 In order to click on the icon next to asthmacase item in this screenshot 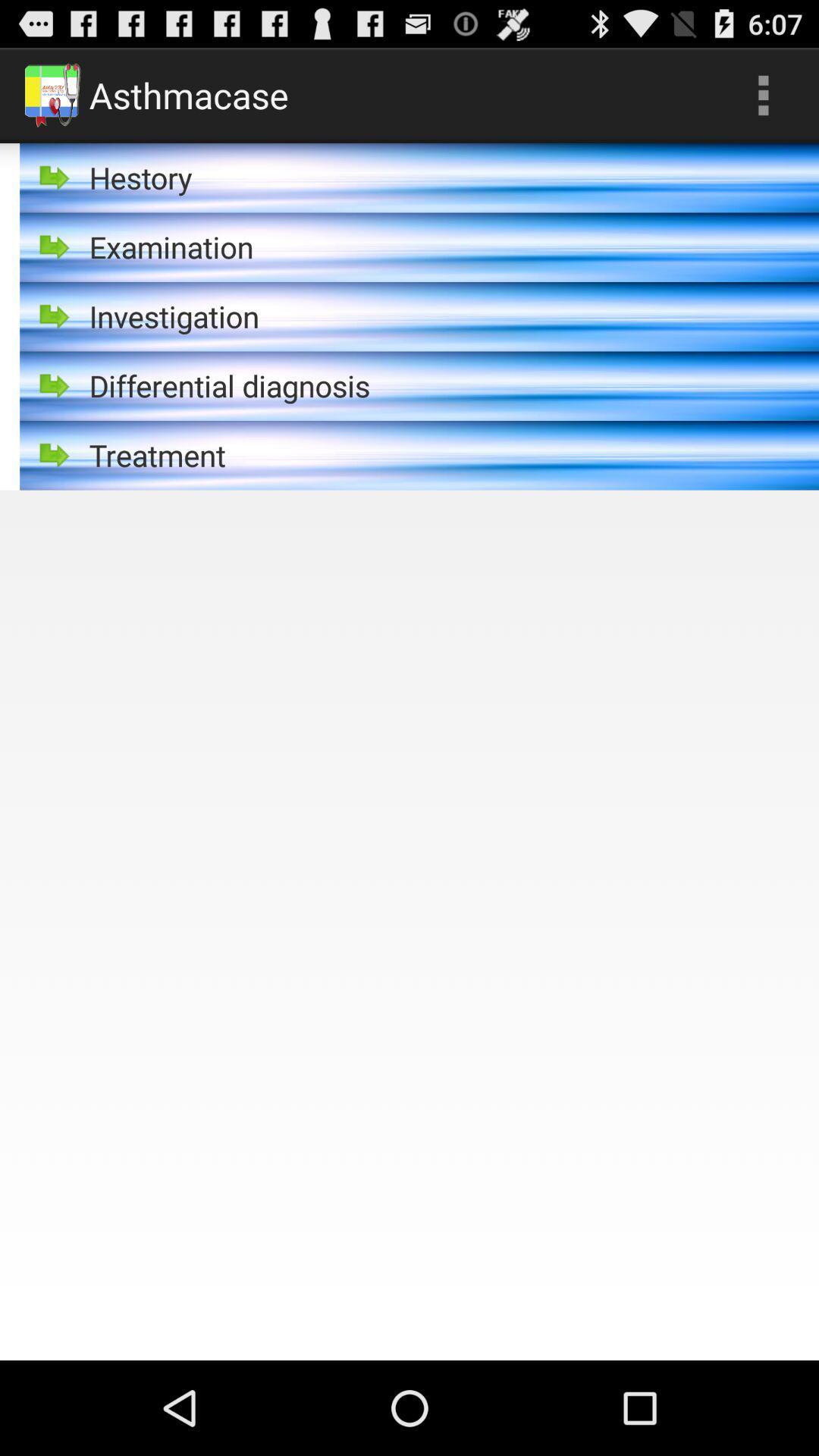, I will do `click(763, 94)`.